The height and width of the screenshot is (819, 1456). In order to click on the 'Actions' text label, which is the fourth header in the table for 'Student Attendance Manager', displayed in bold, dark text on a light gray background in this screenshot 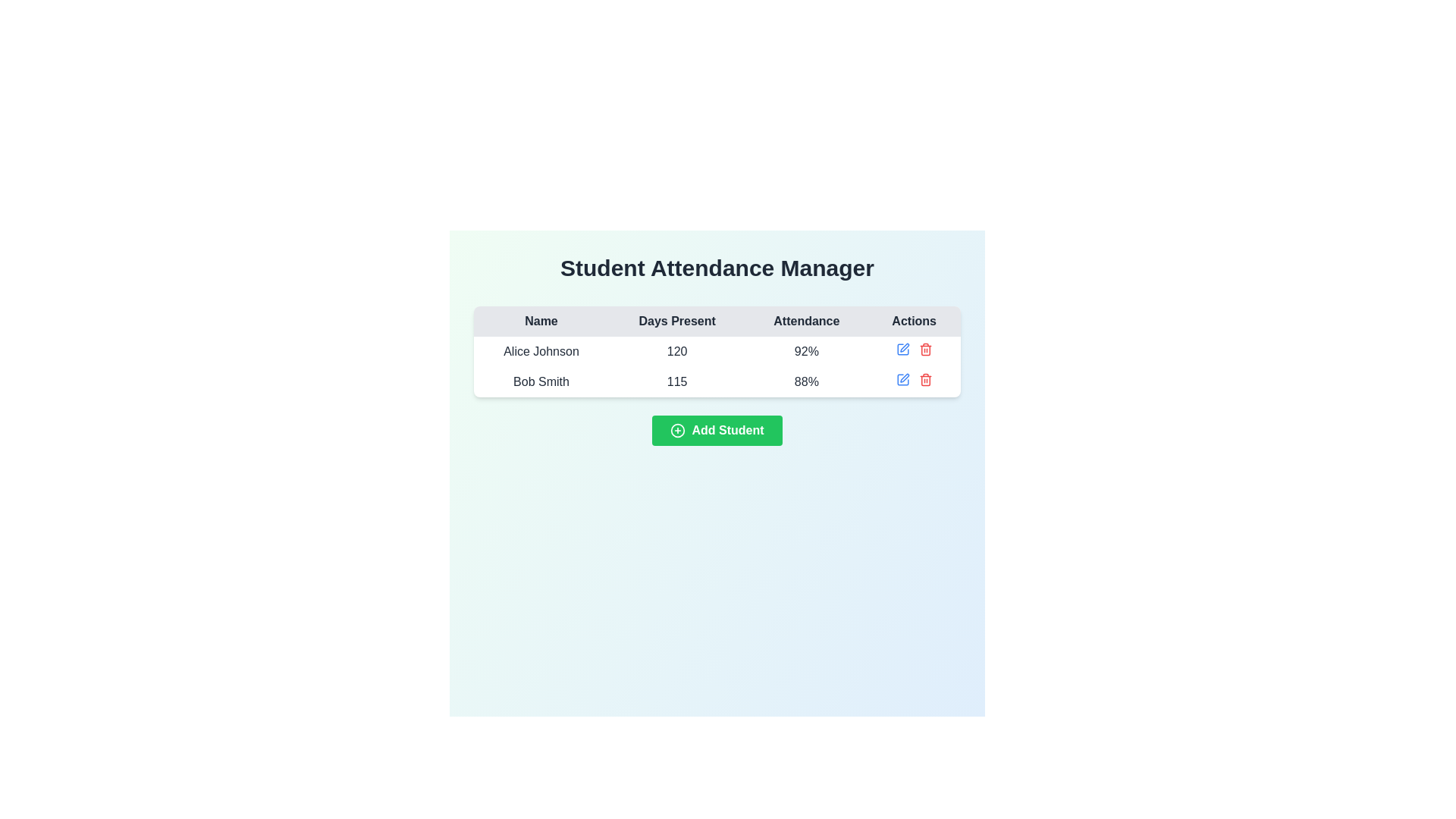, I will do `click(913, 321)`.